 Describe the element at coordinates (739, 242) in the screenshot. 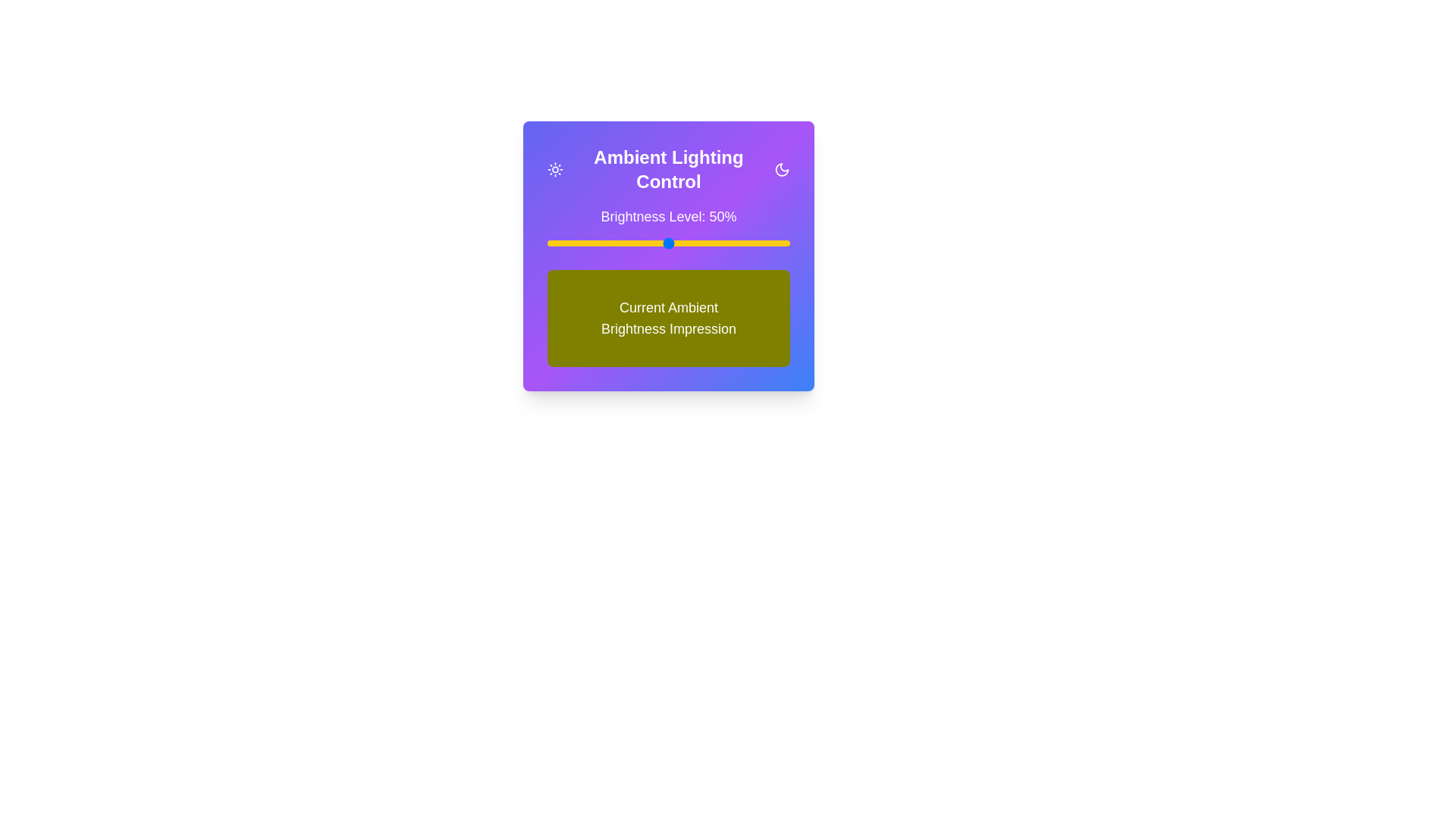

I see `the brightness level to 79% by moving the slider` at that location.